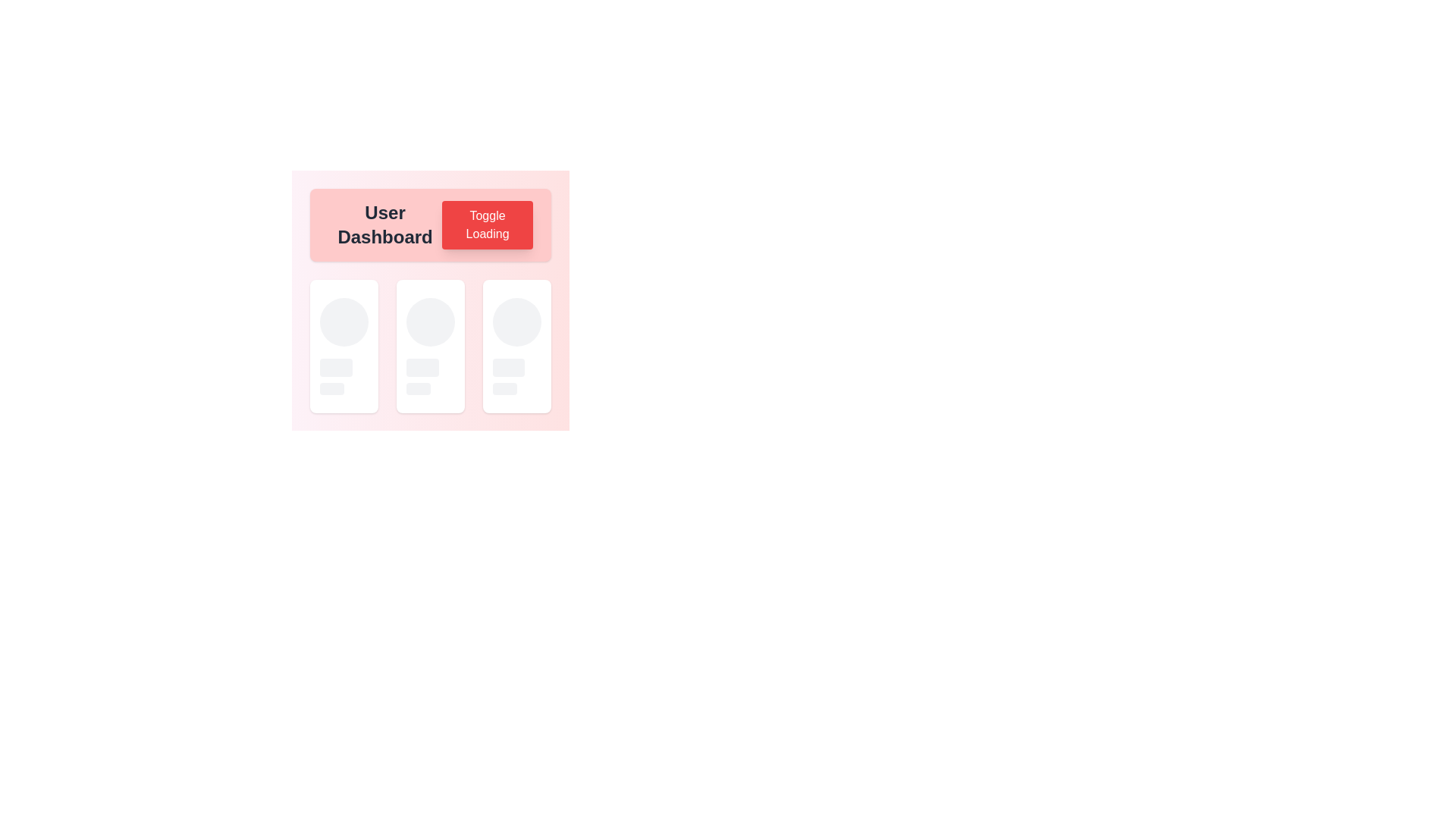  Describe the element at coordinates (344, 346) in the screenshot. I see `the first Placeholder loading component located under the 'User Dashboard' label and next to the 'Toggle Loading' red button` at that location.